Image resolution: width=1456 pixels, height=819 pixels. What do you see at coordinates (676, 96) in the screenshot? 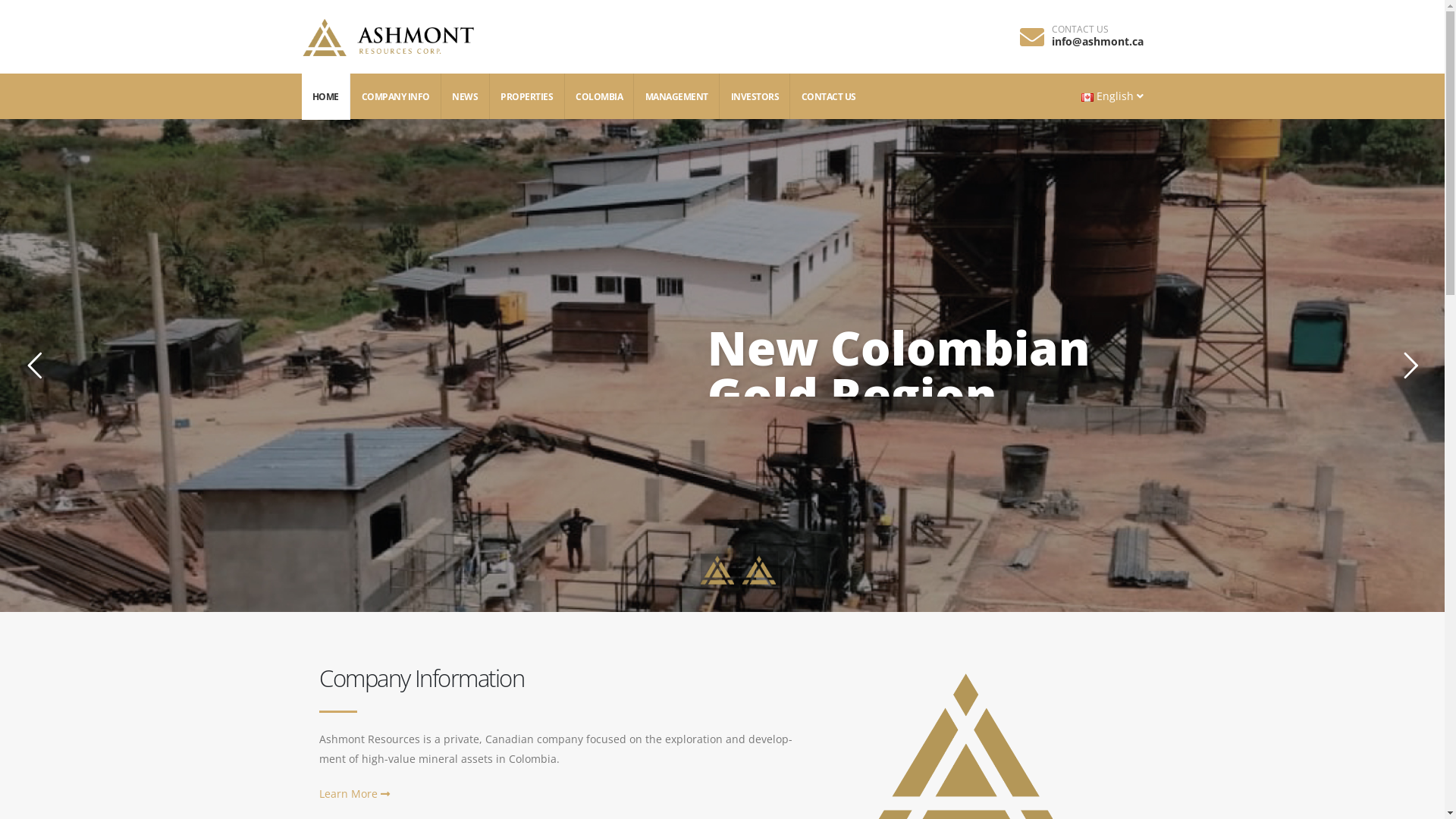
I see `'MANAGEMENT'` at bounding box center [676, 96].